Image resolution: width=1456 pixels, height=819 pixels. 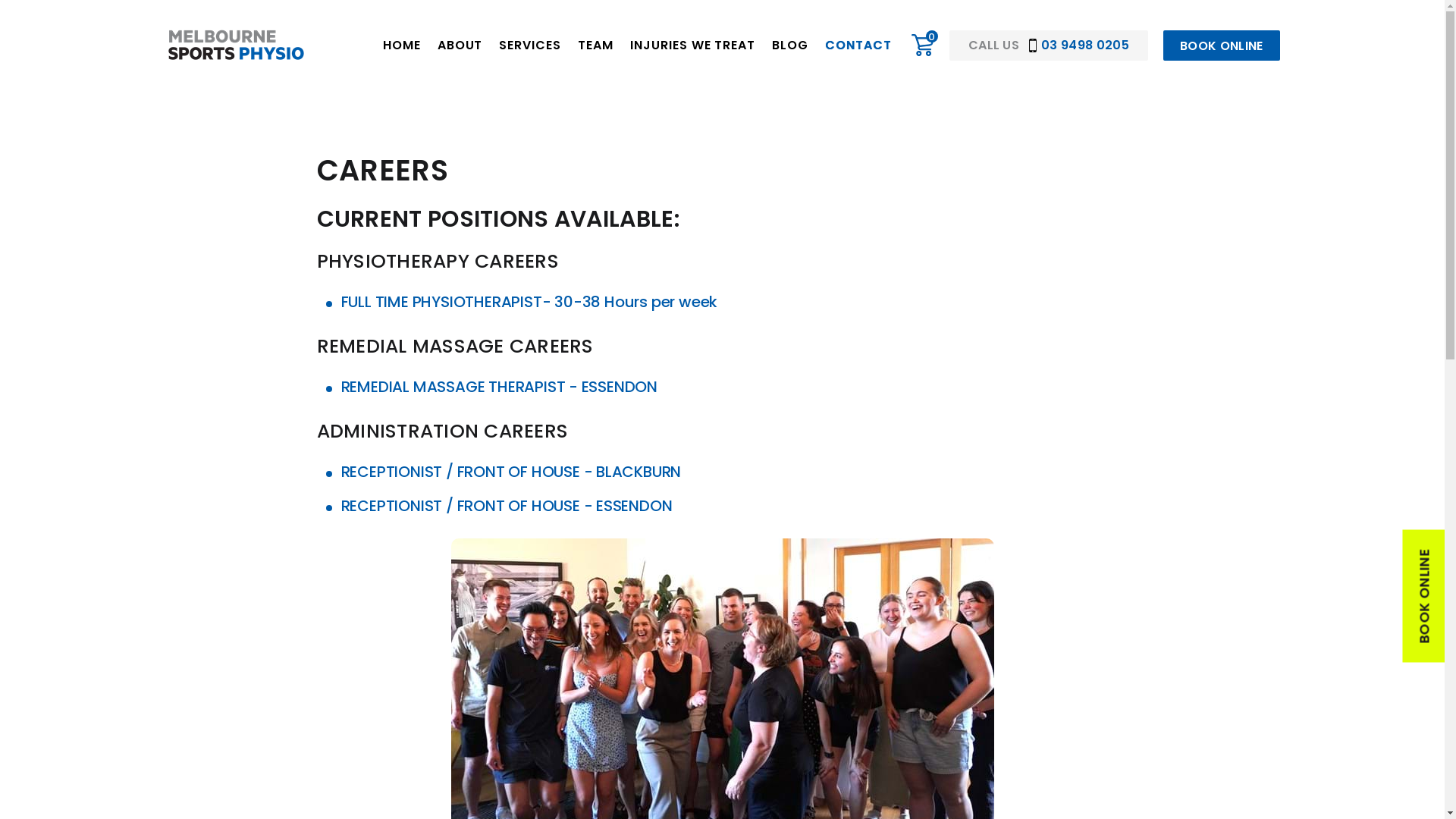 I want to click on 'TEAM', so click(x=595, y=45).